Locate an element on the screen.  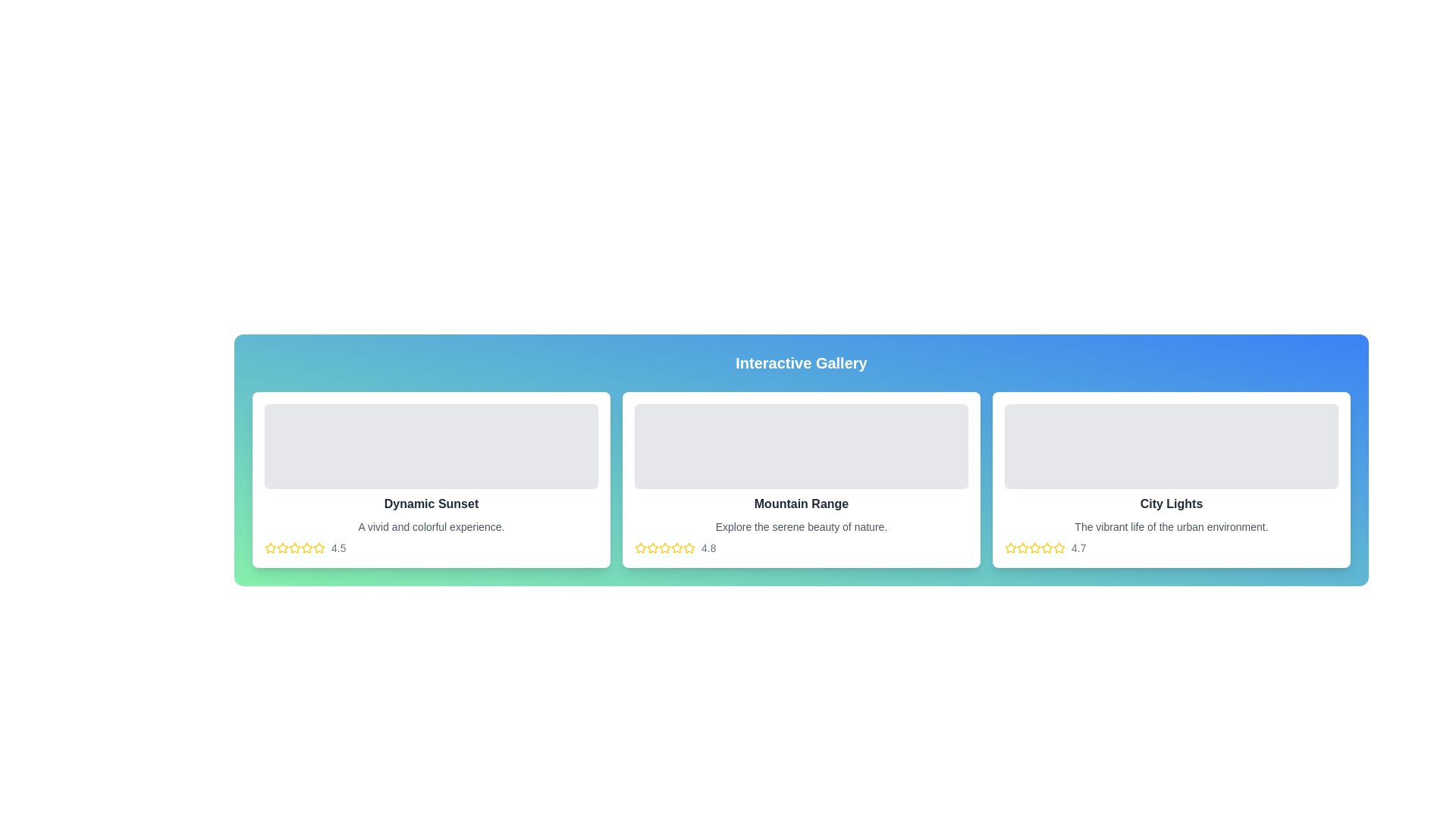
the first star in the five-star rating system located at the bottom left corner of the third card titled 'City Lights' is located at coordinates (1011, 548).